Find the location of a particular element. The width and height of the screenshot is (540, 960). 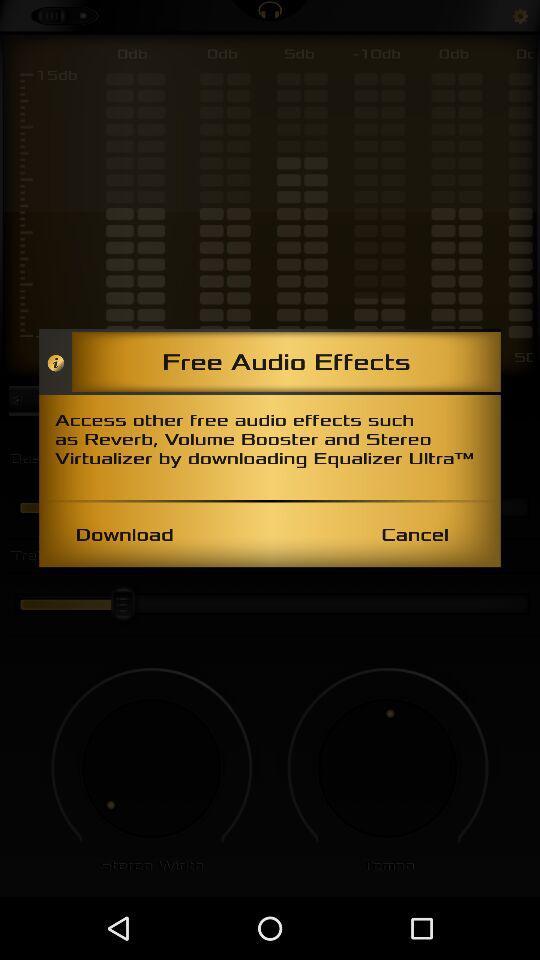

the icon next to download is located at coordinates (414, 533).